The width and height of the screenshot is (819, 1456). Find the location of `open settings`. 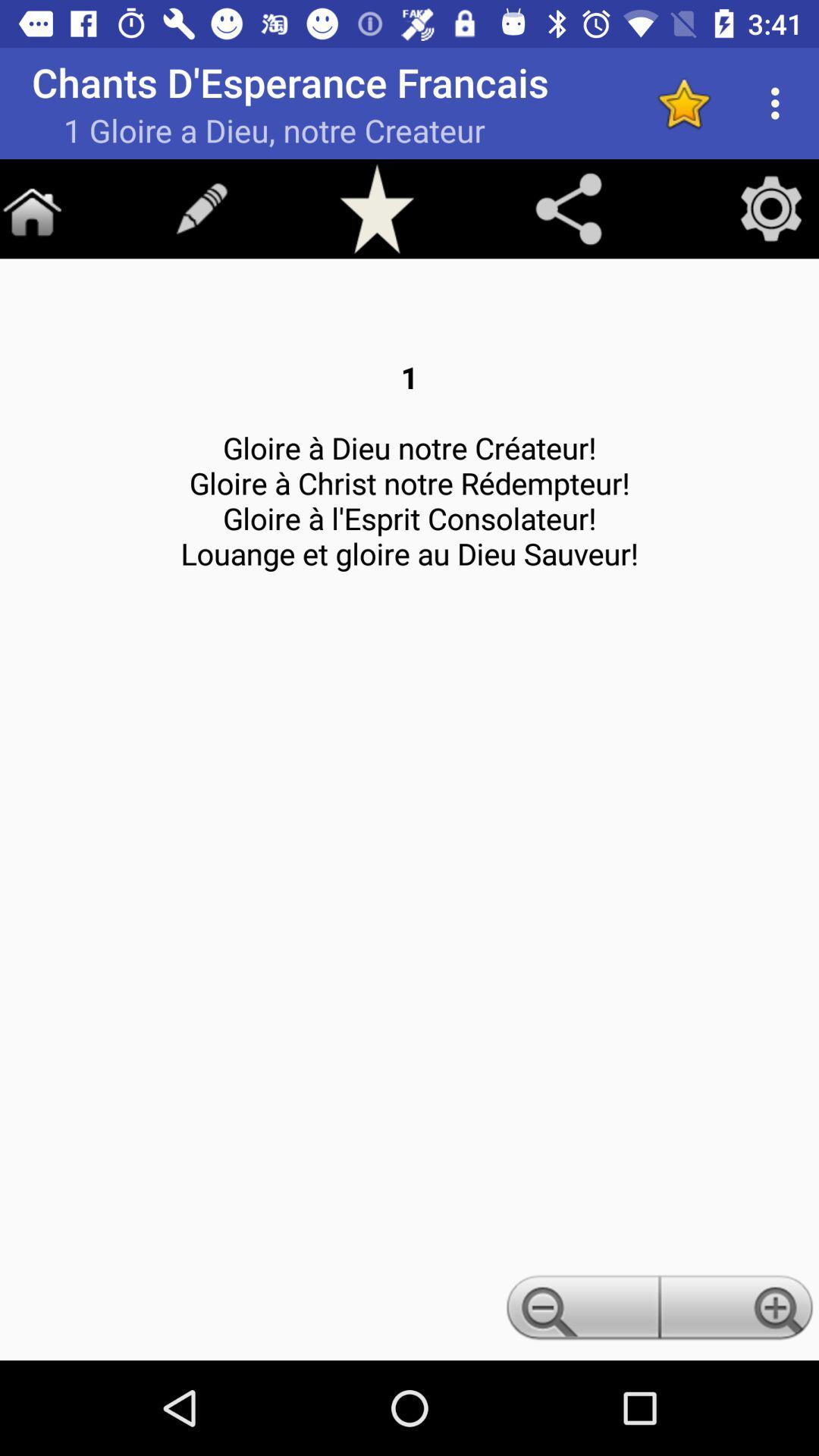

open settings is located at coordinates (771, 208).